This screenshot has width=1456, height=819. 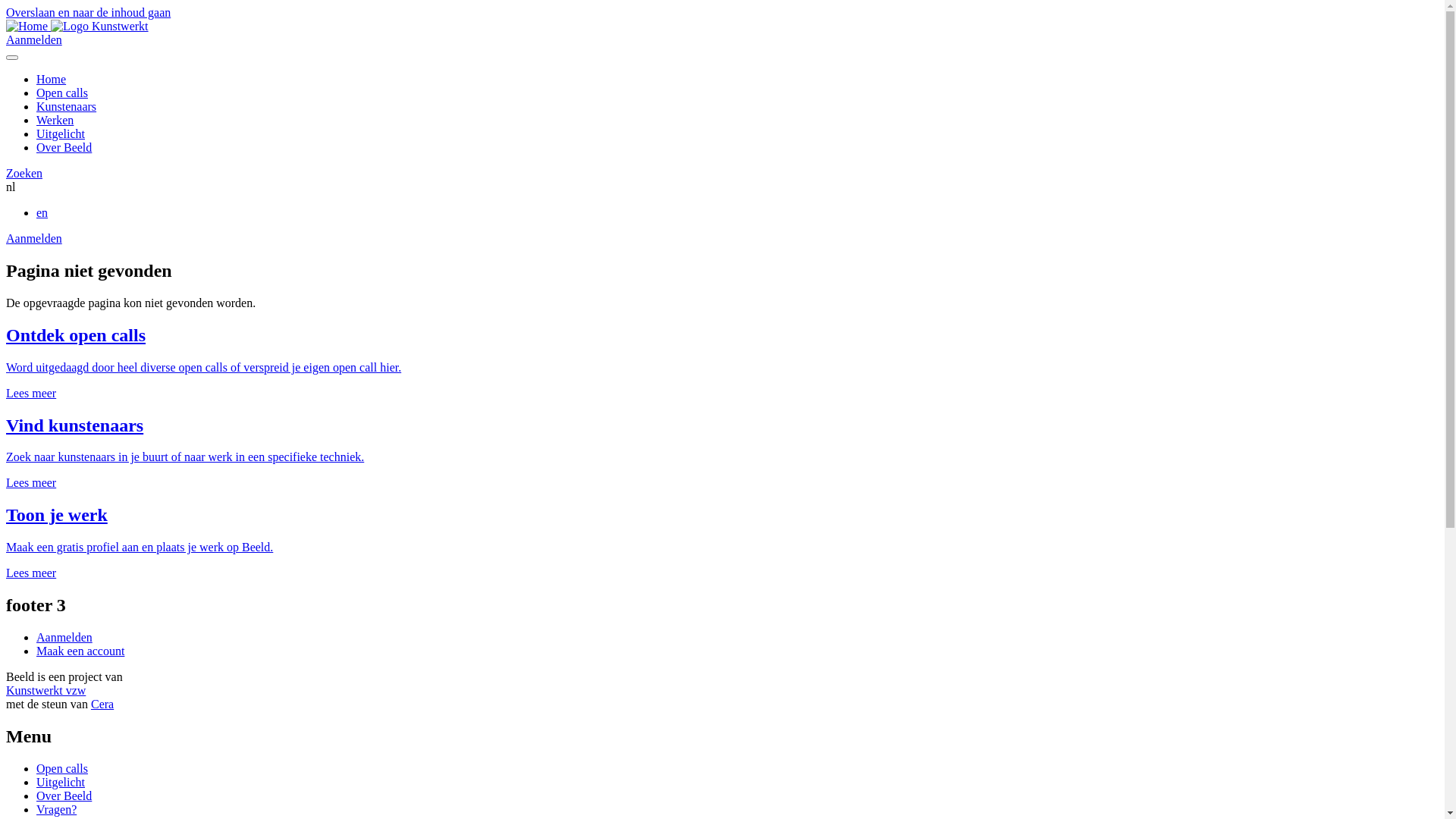 I want to click on 'Uitgelicht', so click(x=61, y=782).